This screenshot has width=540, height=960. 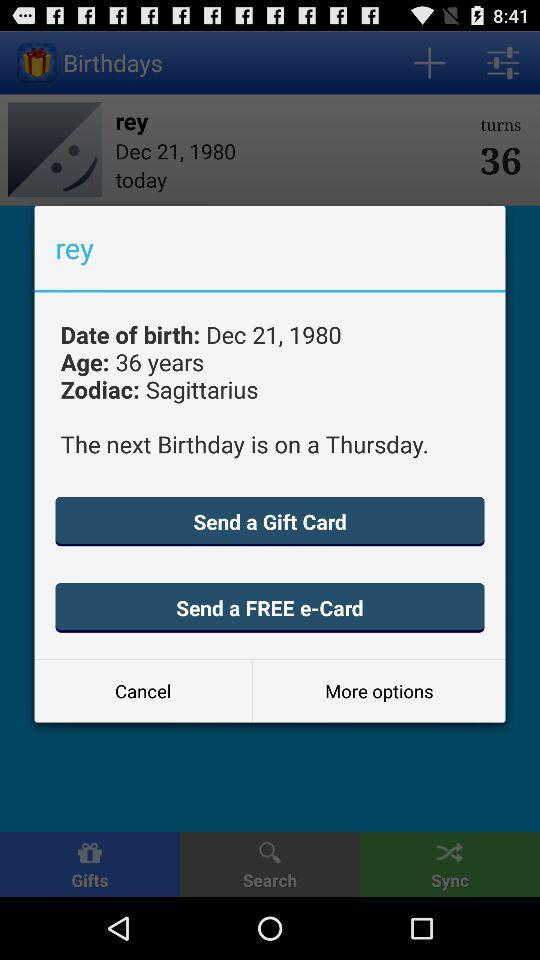 What do you see at coordinates (379, 691) in the screenshot?
I see `the button next to cancel` at bounding box center [379, 691].